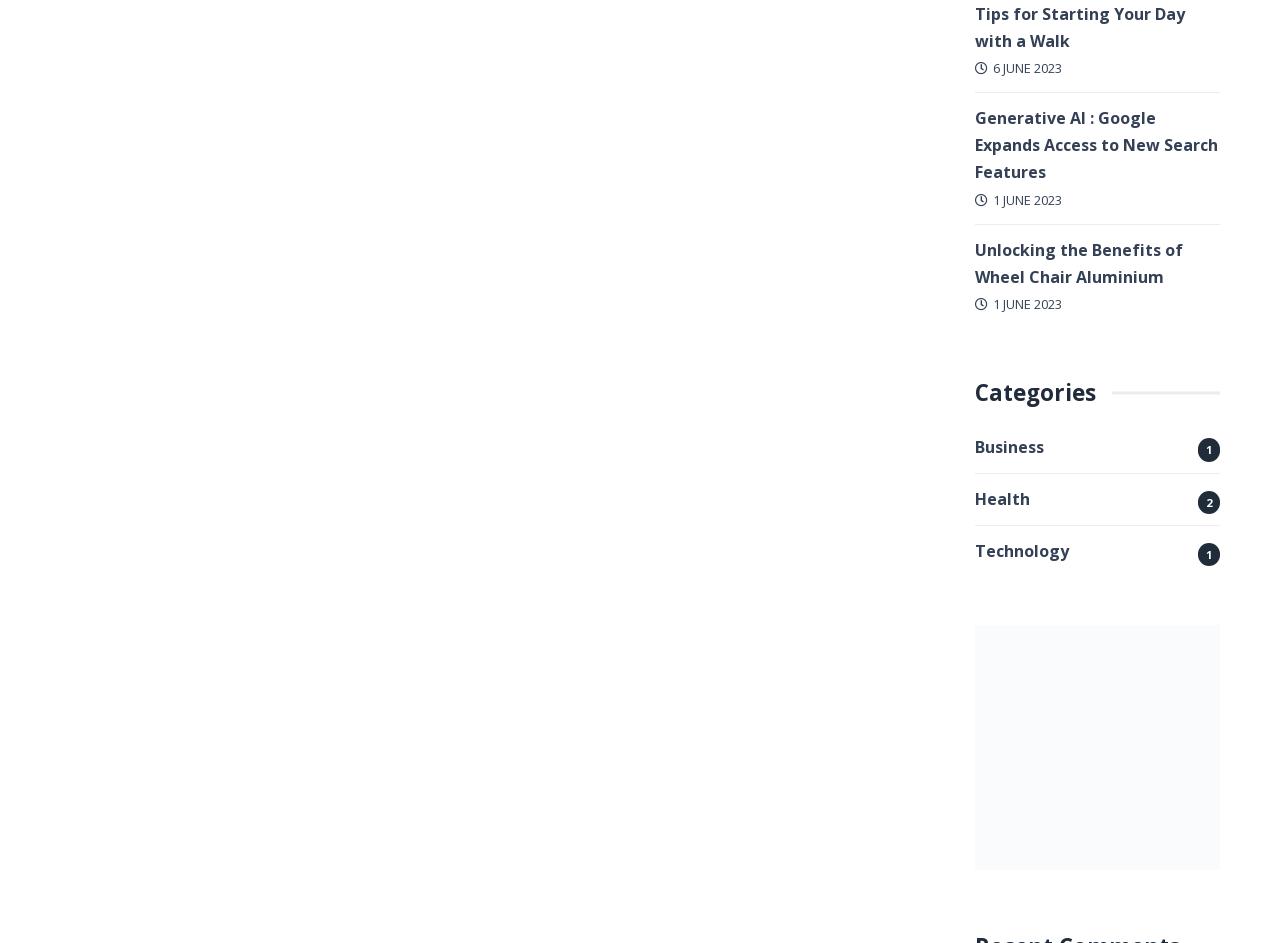 The image size is (1280, 943). What do you see at coordinates (1009, 446) in the screenshot?
I see `'Business'` at bounding box center [1009, 446].